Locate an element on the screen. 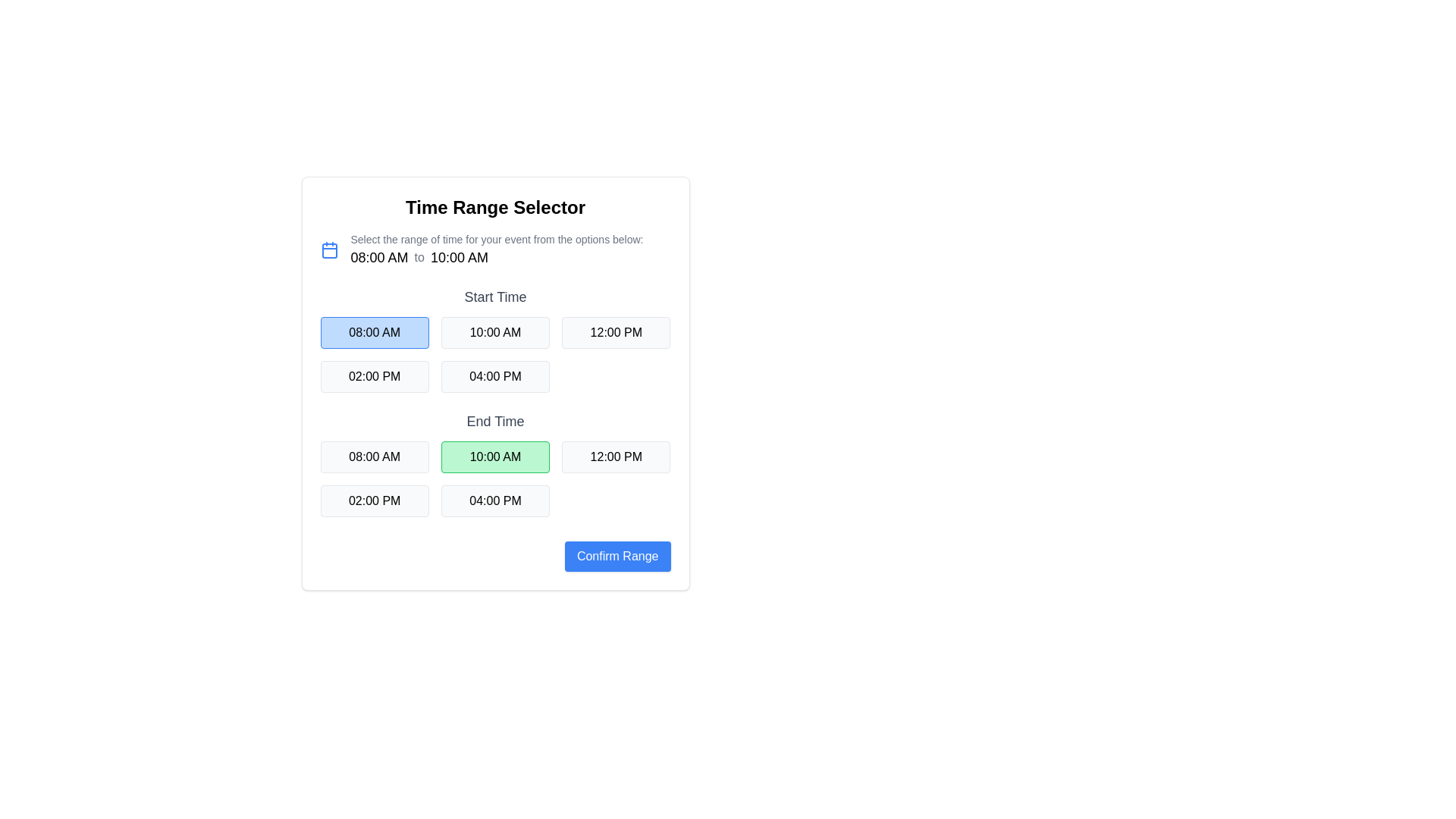 This screenshot has width=1456, height=819. the starting time text element that precedes 'to' and '10:00 AM' within the Time Range Selector interface is located at coordinates (379, 256).